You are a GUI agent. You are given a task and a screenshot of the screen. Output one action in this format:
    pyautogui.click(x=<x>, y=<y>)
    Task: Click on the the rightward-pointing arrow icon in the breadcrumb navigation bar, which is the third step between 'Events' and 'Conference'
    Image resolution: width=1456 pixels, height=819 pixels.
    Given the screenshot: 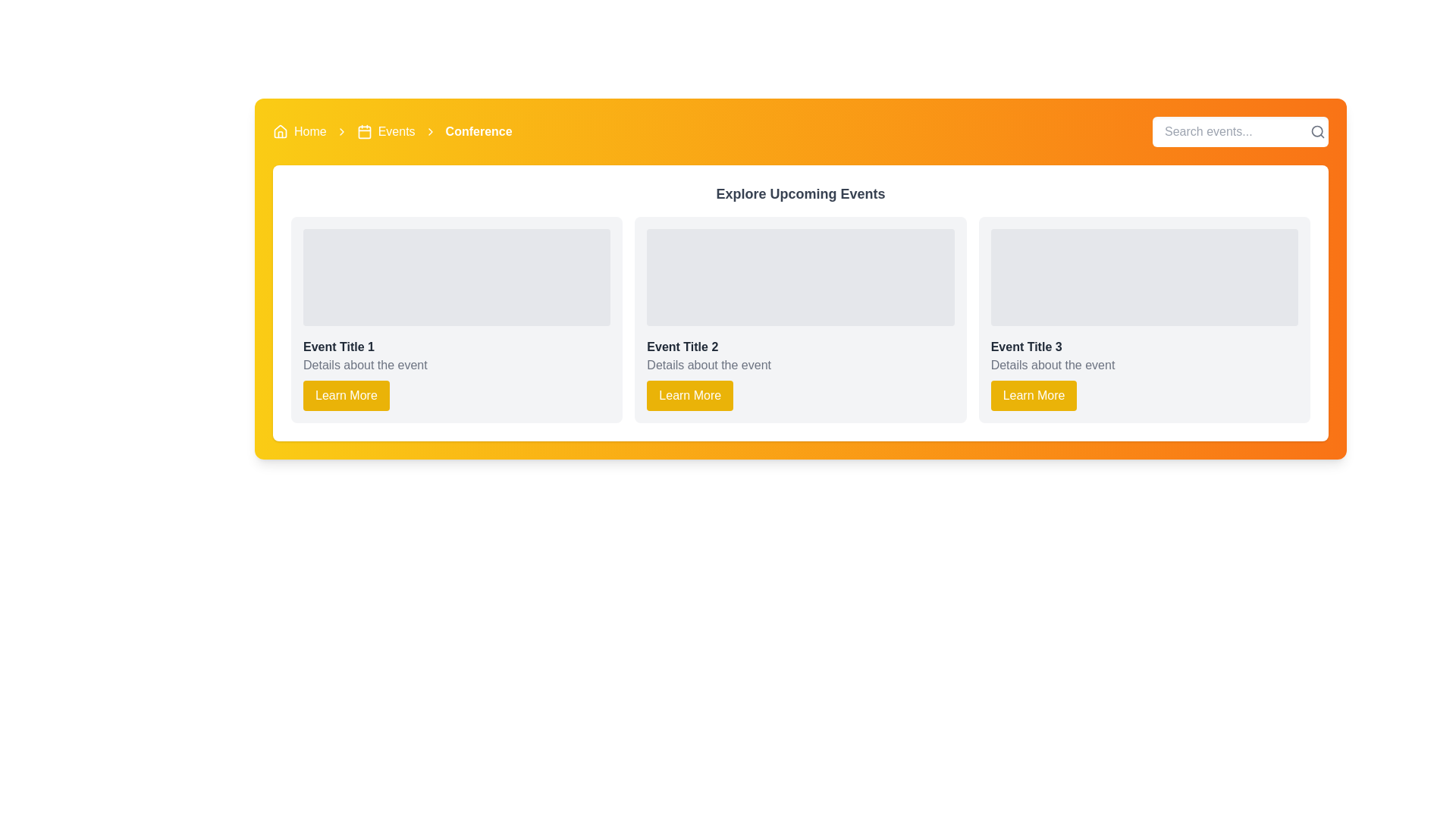 What is the action you would take?
    pyautogui.click(x=429, y=130)
    